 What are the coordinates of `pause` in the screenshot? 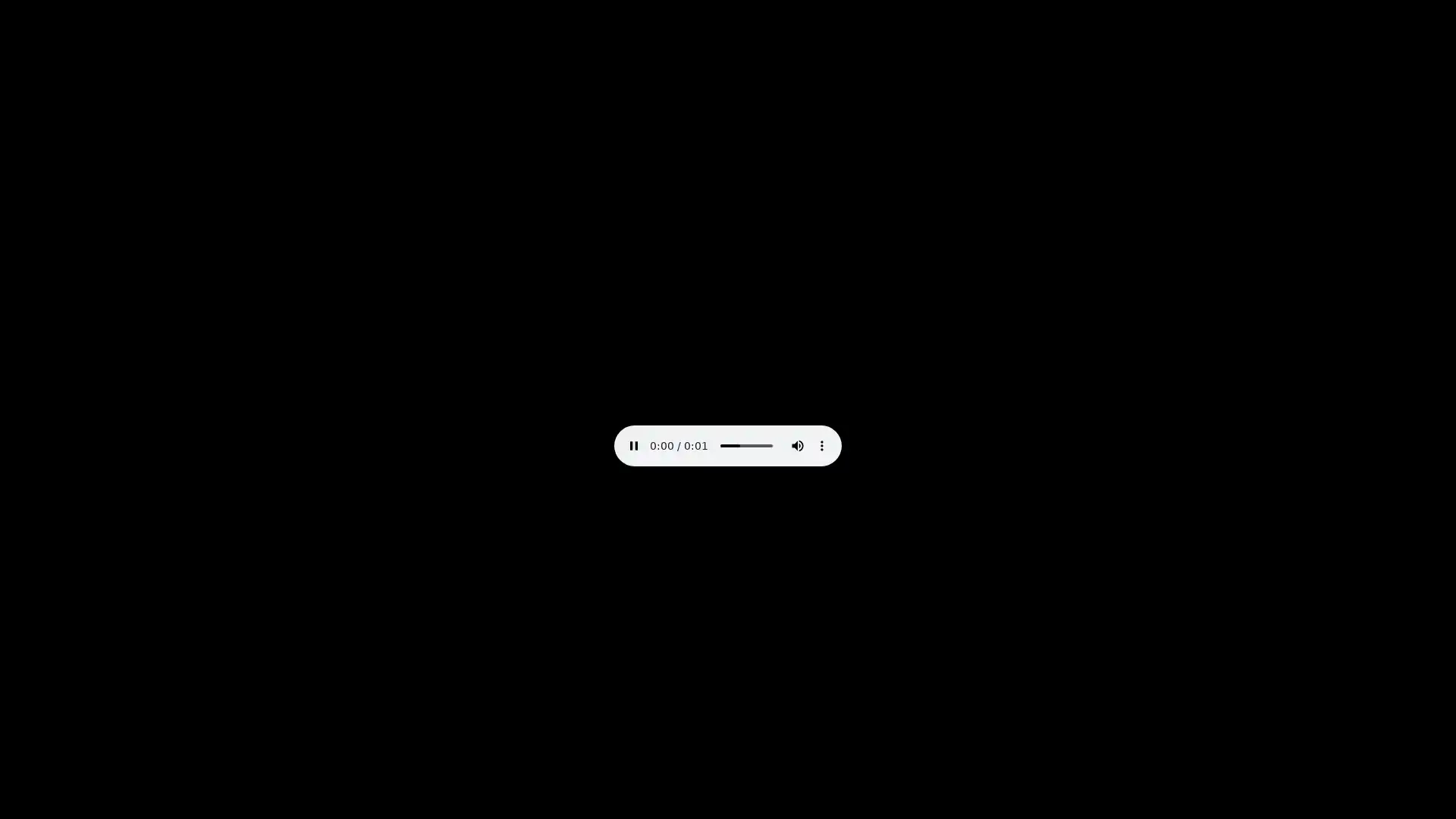 It's located at (633, 444).